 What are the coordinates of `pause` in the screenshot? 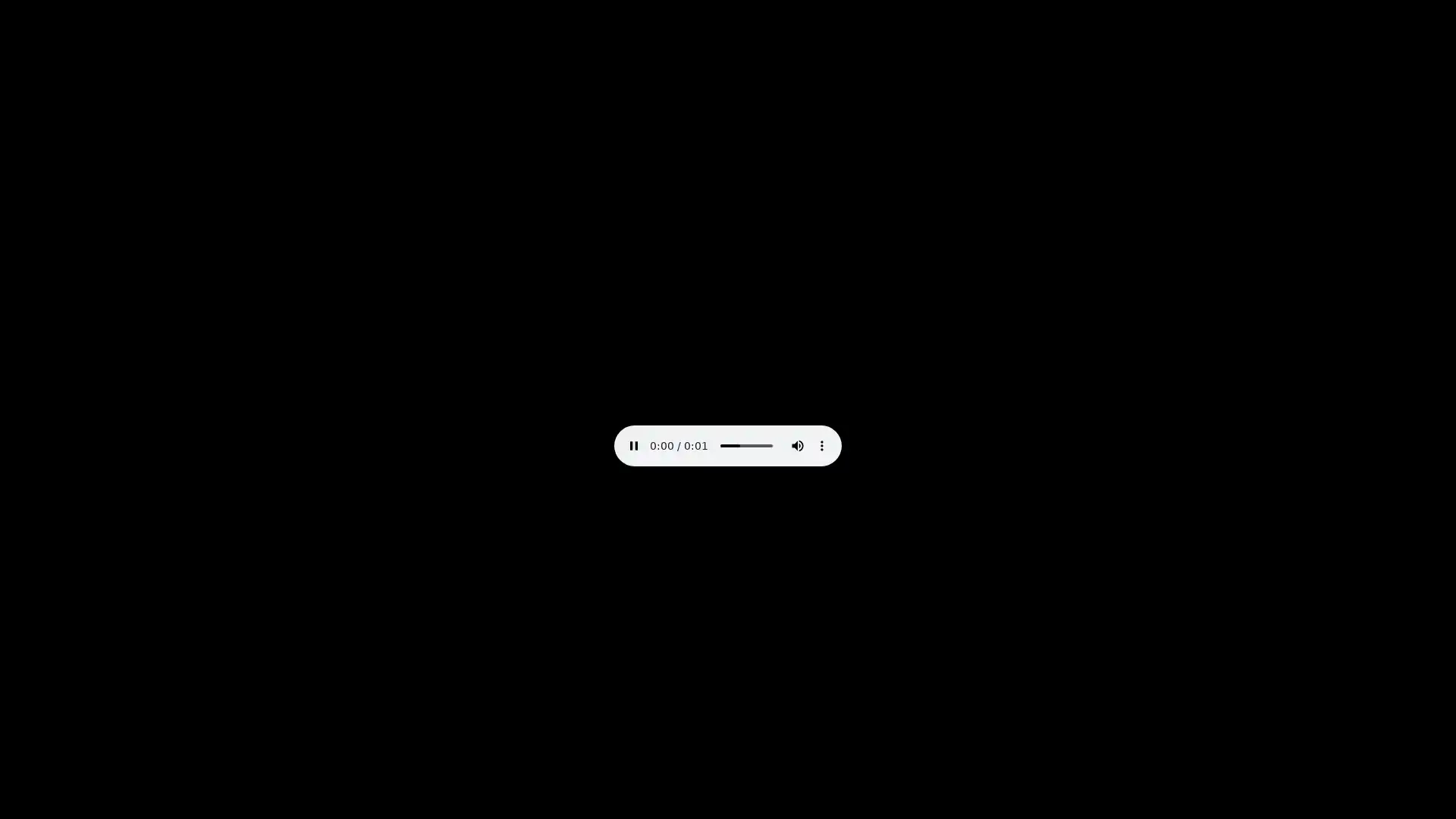 It's located at (633, 444).